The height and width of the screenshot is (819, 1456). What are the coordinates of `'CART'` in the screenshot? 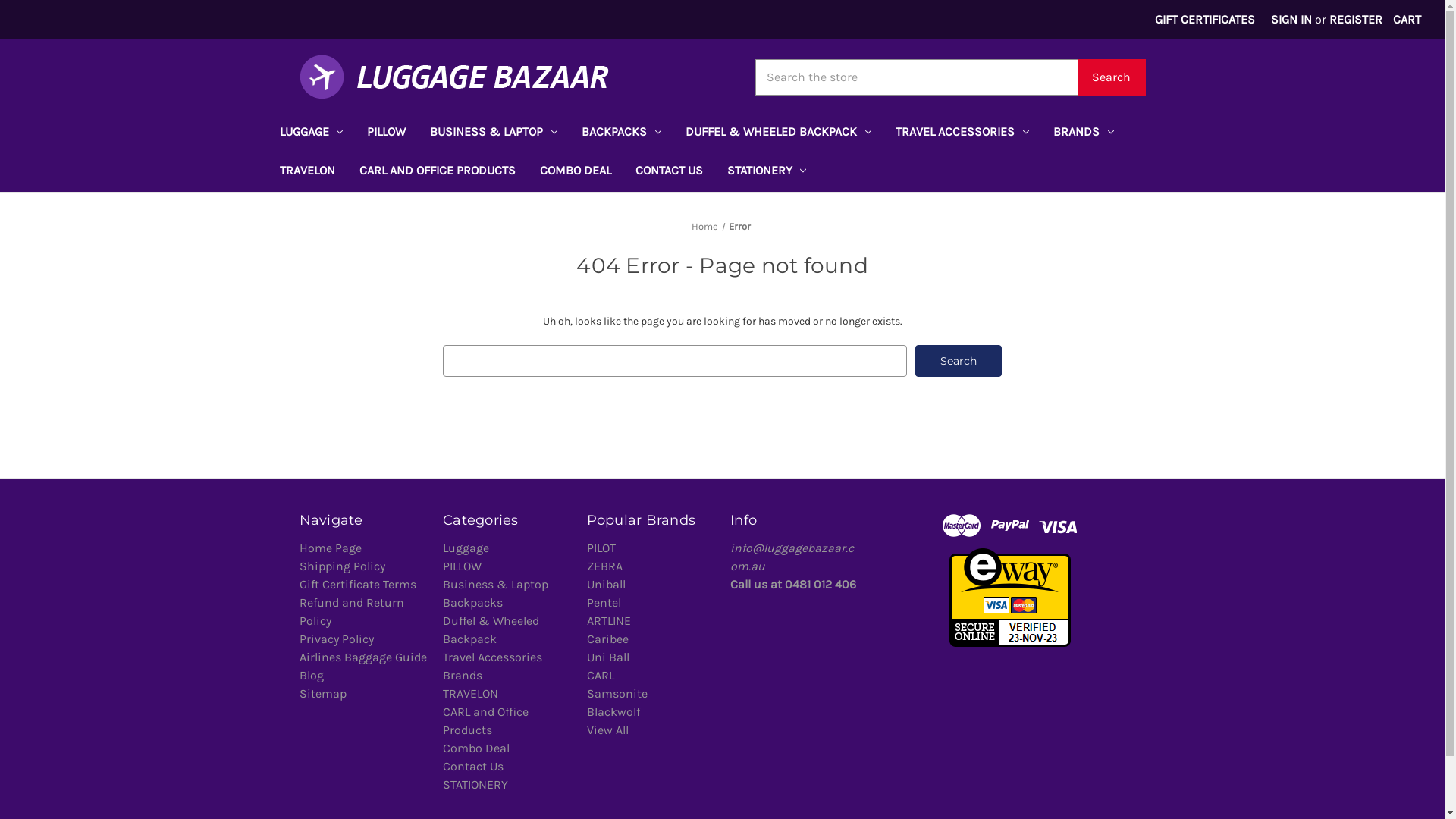 It's located at (1405, 20).